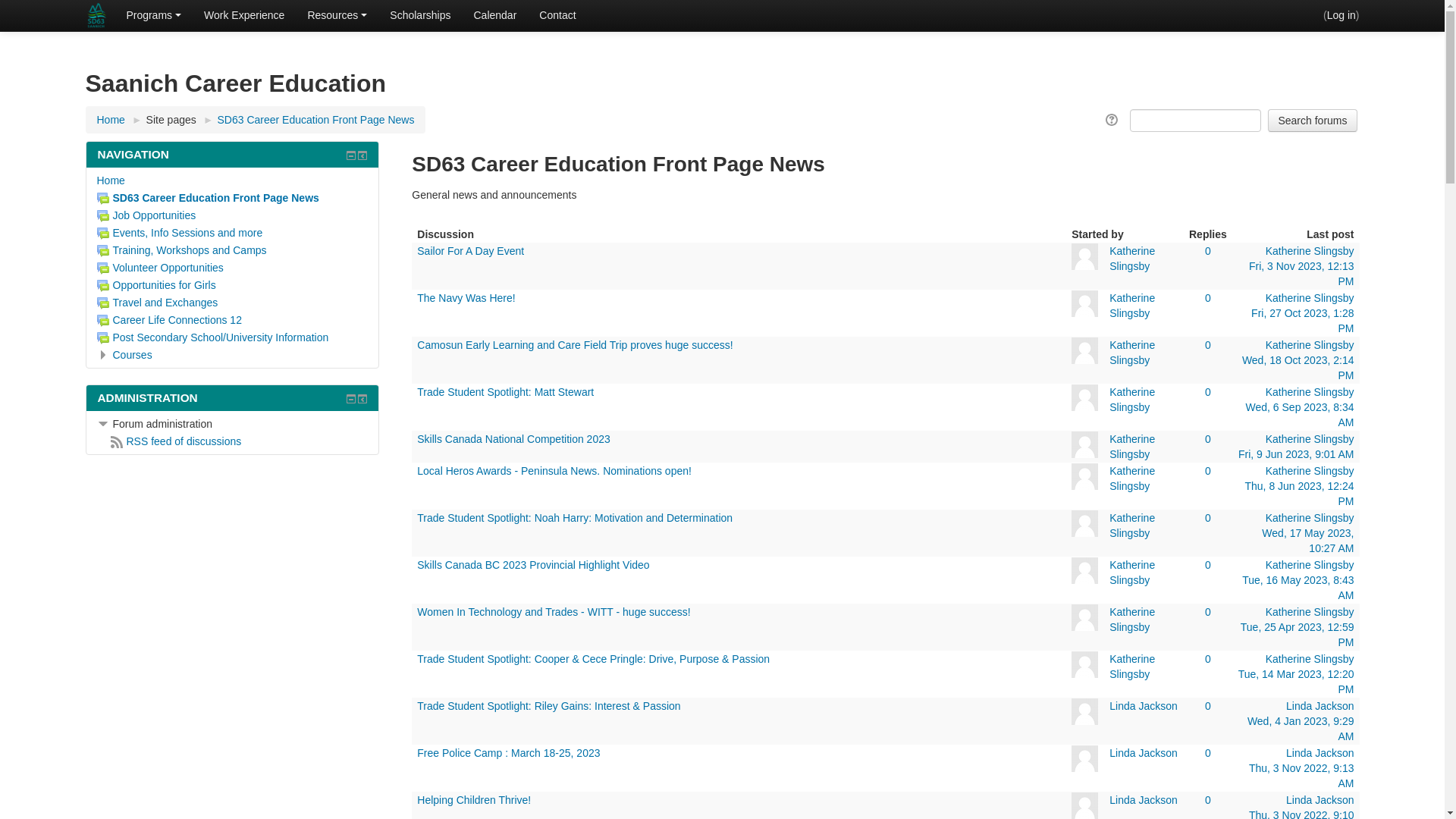 This screenshot has width=1456, height=819. Describe the element at coordinates (1296, 635) in the screenshot. I see `'Tue, 25 Apr 2023, 12:59 PM'` at that location.